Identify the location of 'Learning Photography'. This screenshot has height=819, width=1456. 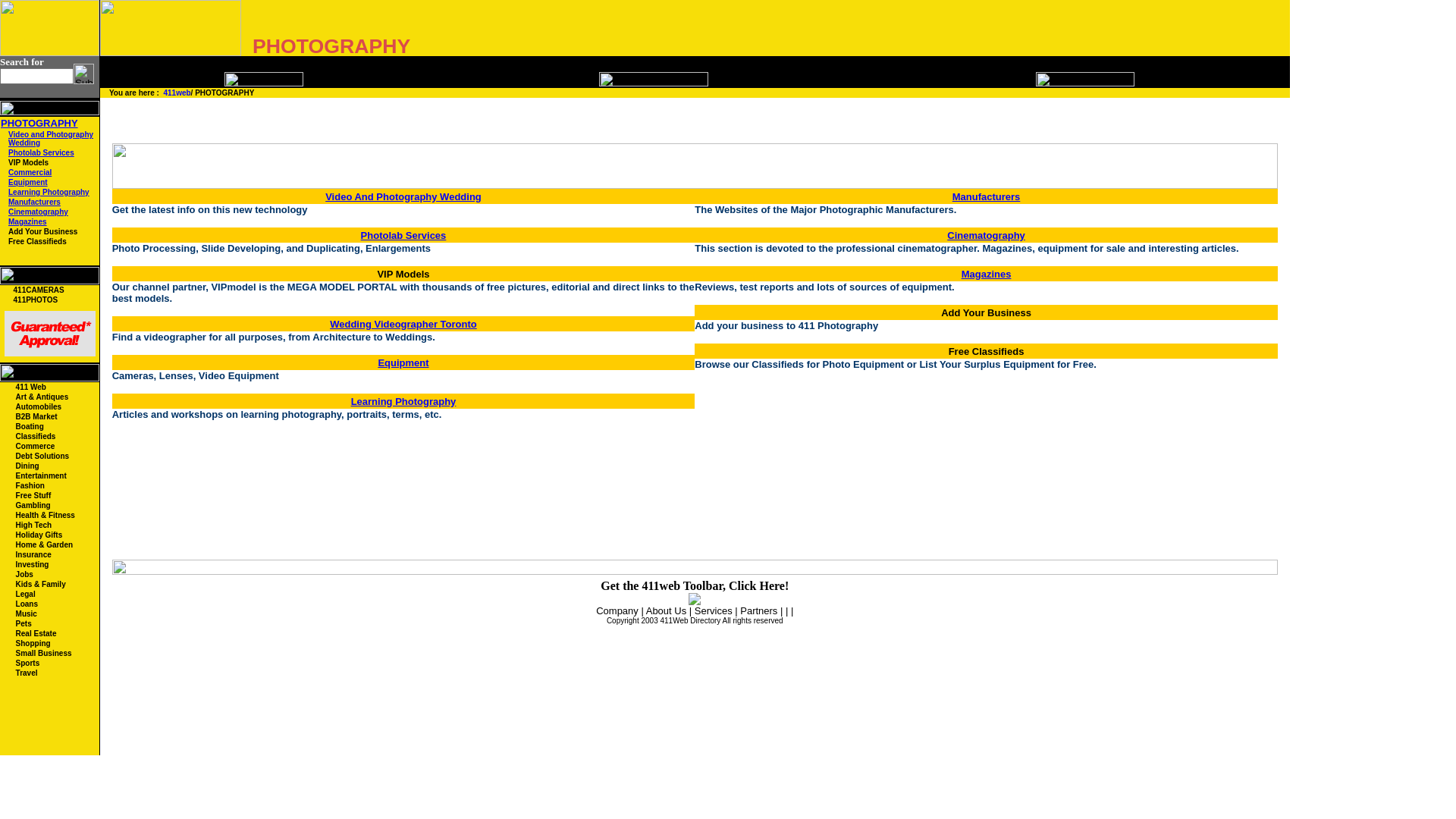
(49, 191).